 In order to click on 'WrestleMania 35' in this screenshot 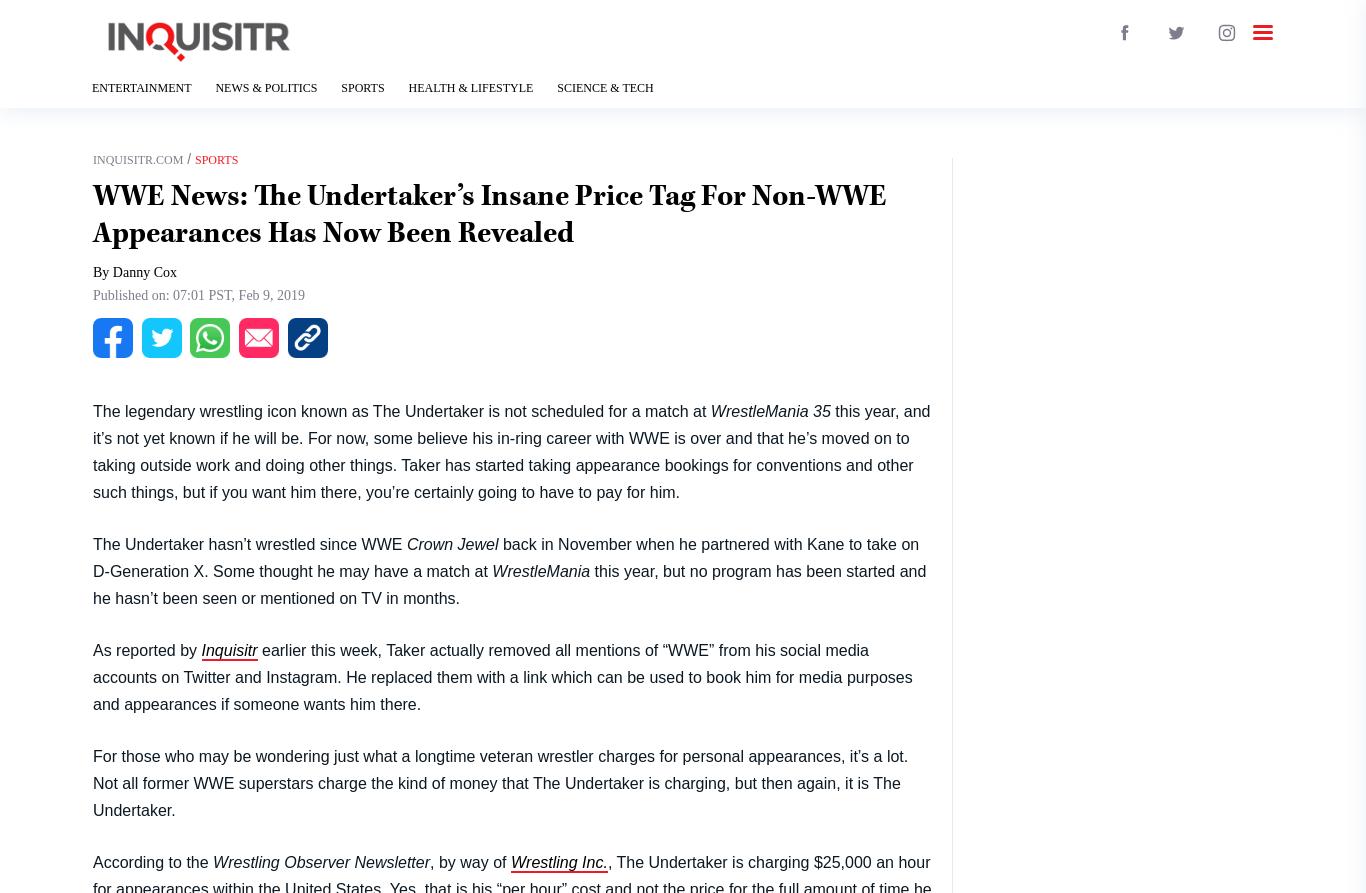, I will do `click(770, 410)`.